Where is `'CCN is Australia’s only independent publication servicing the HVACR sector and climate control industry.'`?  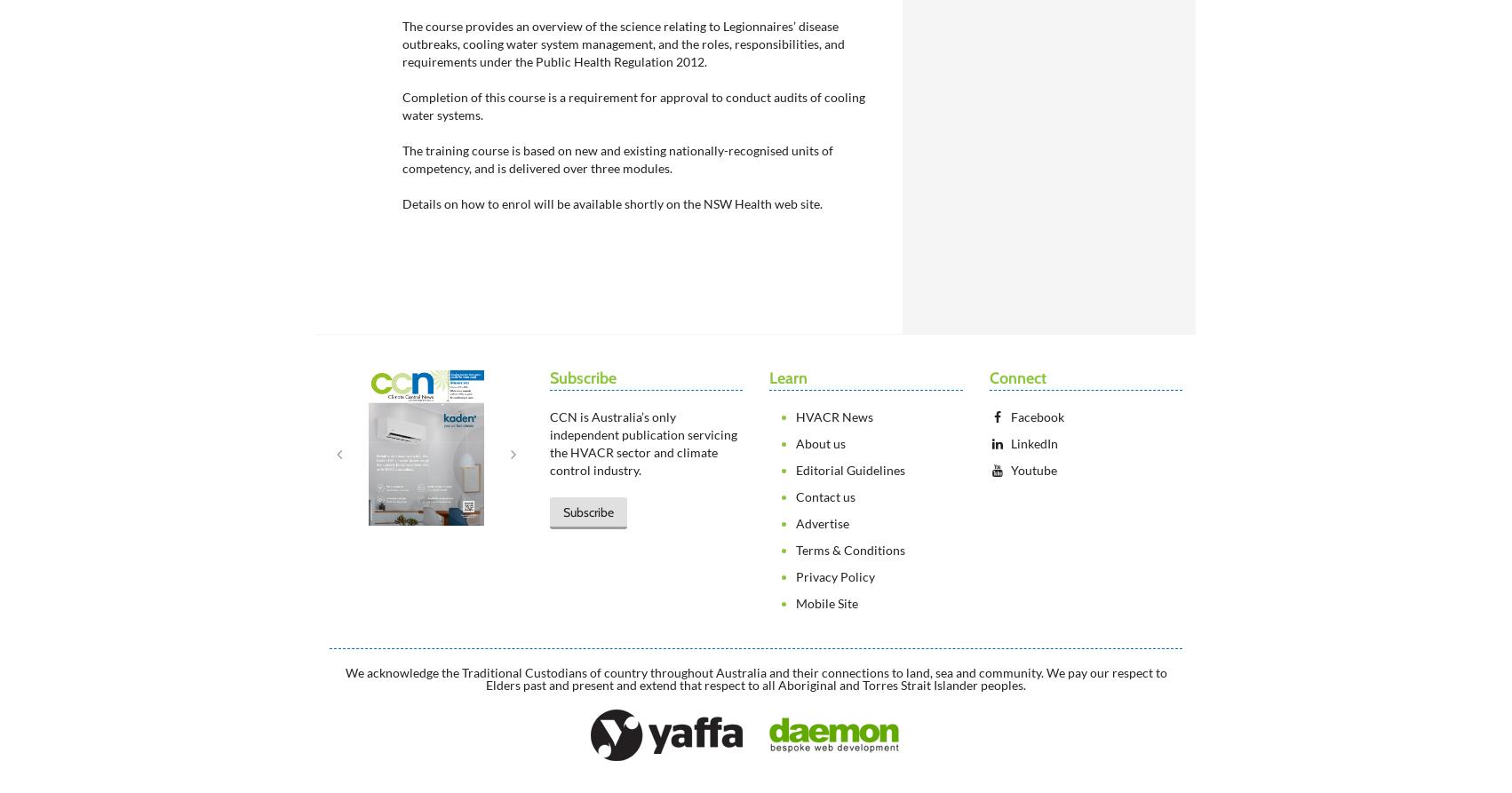 'CCN is Australia’s only independent publication servicing the HVACR sector and climate control industry.' is located at coordinates (548, 442).